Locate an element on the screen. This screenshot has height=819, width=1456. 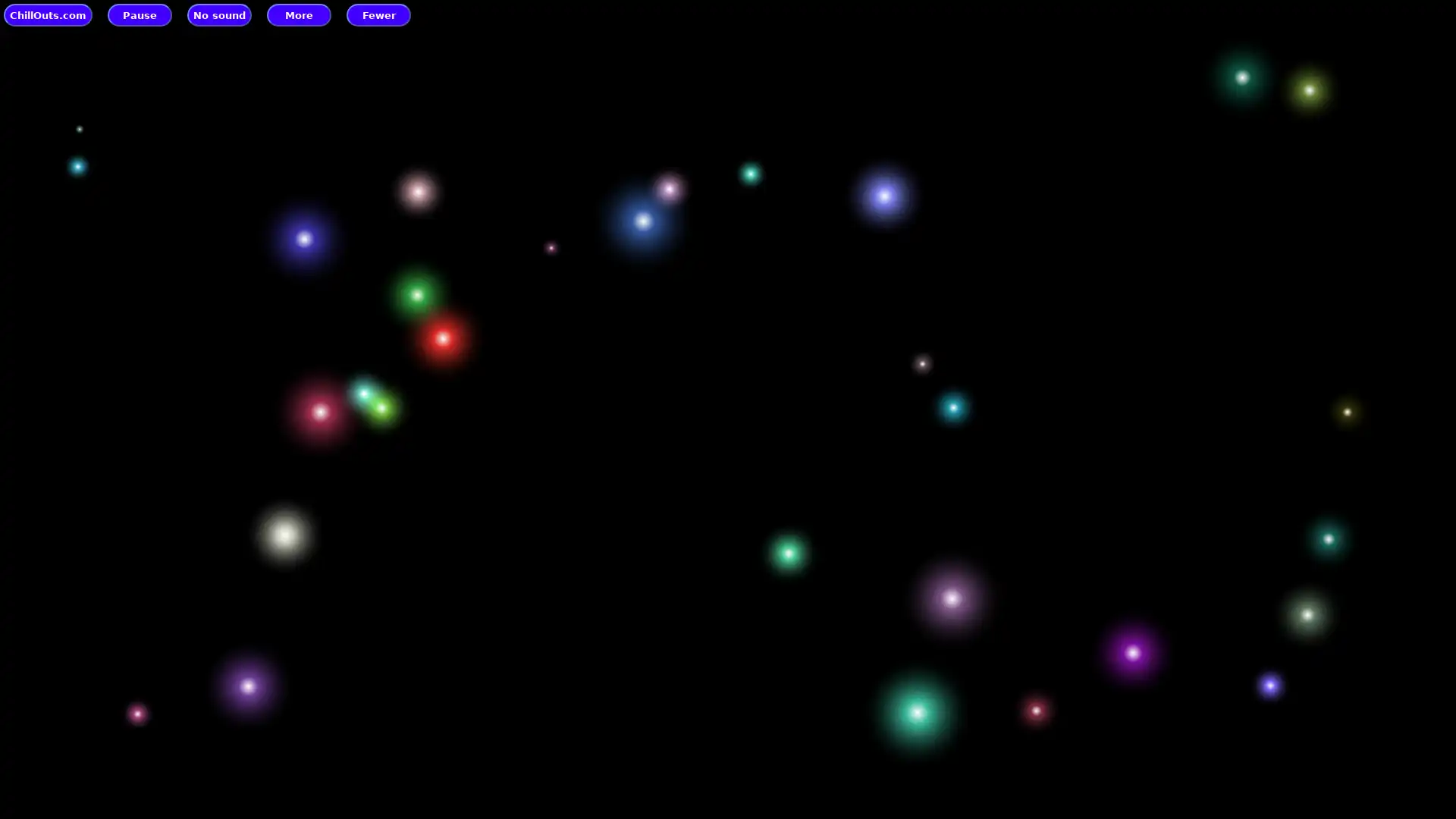
More is located at coordinates (299, 14).